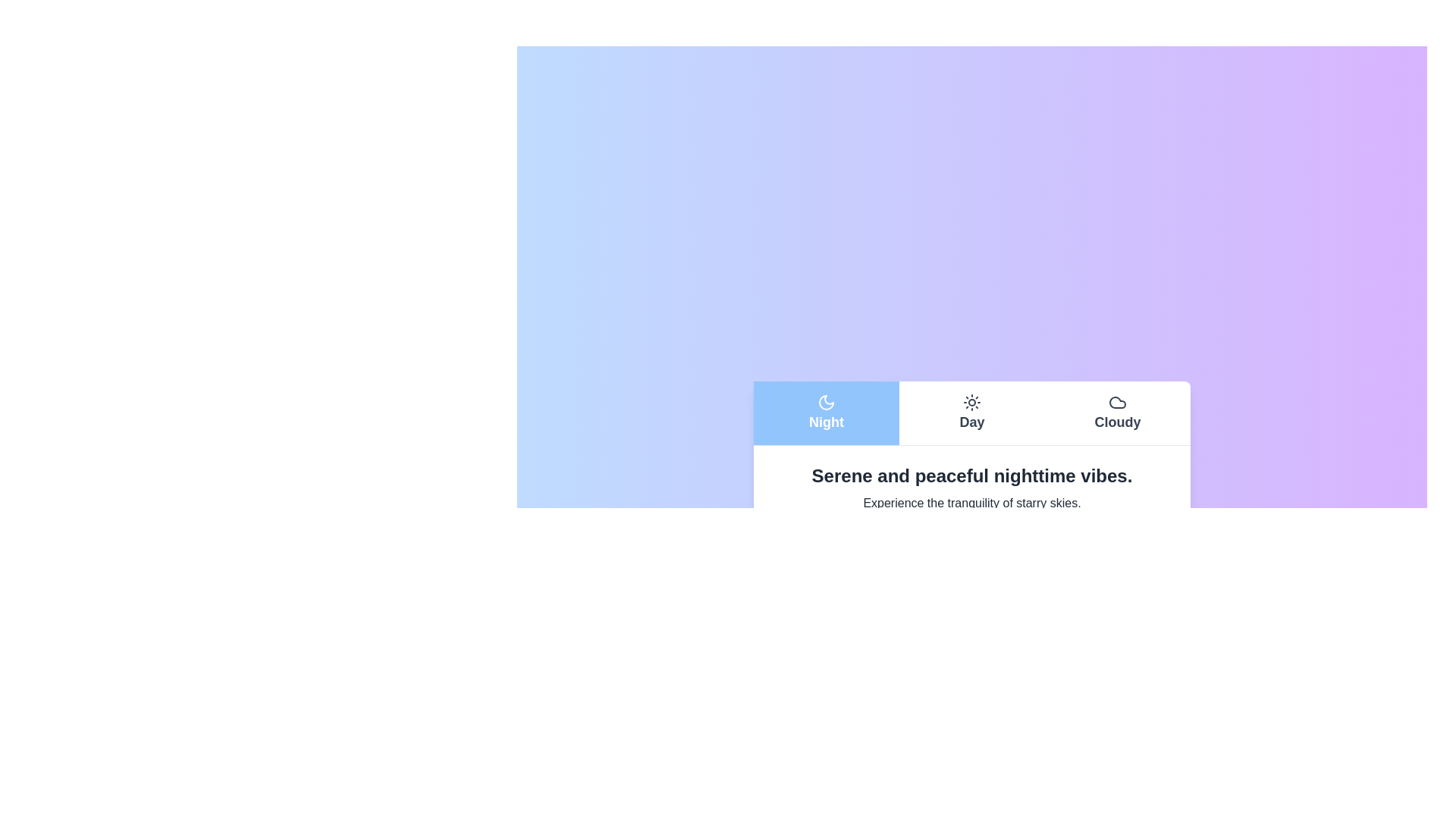 The width and height of the screenshot is (1456, 819). What do you see at coordinates (1117, 413) in the screenshot?
I see `the Cloudy tab to observe its hover effect` at bounding box center [1117, 413].